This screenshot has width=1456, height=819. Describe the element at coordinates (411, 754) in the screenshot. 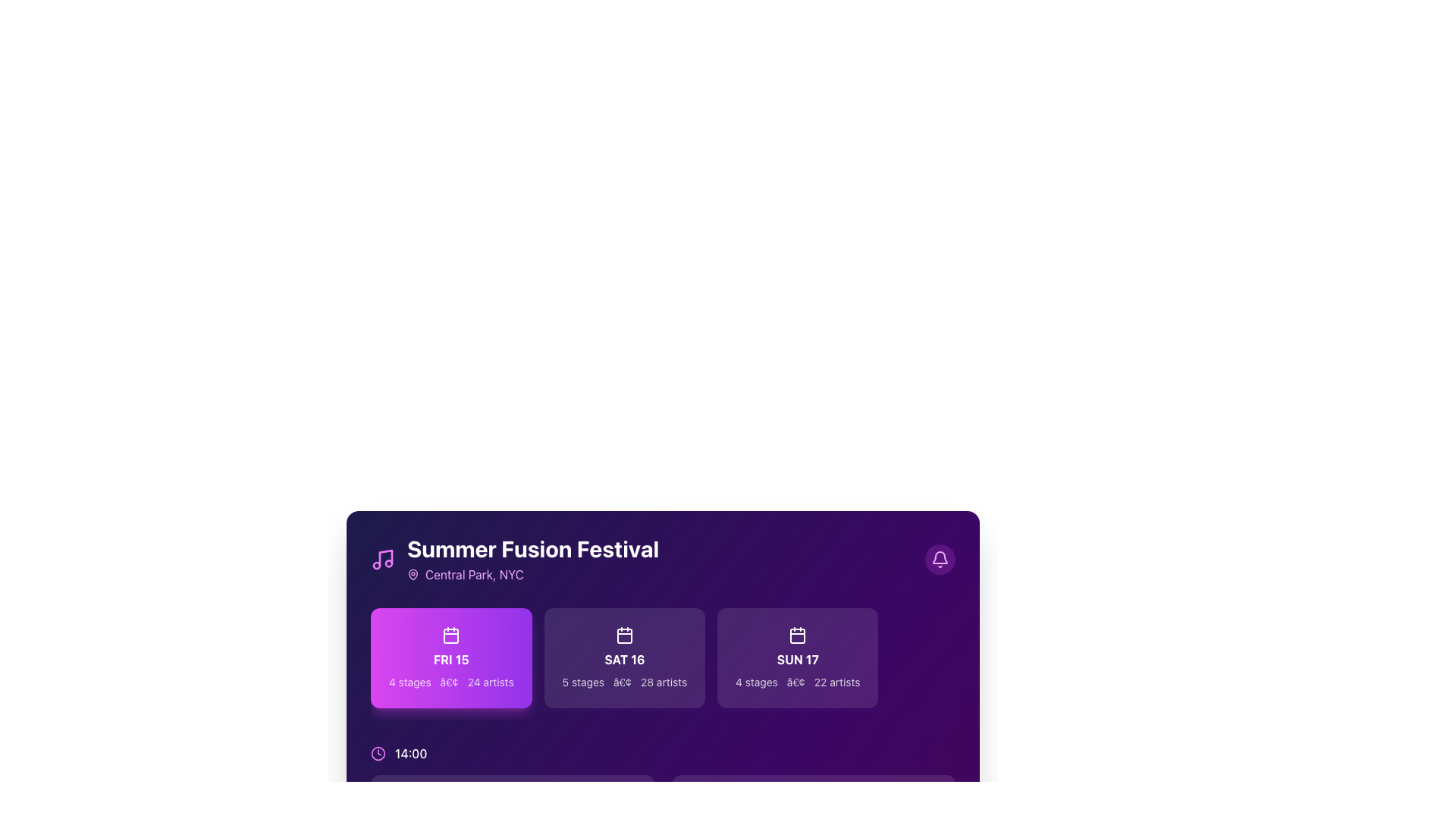

I see `the Text label displaying the time value located in the lower left region of the interface, which is positioned to the right of a clock icon` at that location.